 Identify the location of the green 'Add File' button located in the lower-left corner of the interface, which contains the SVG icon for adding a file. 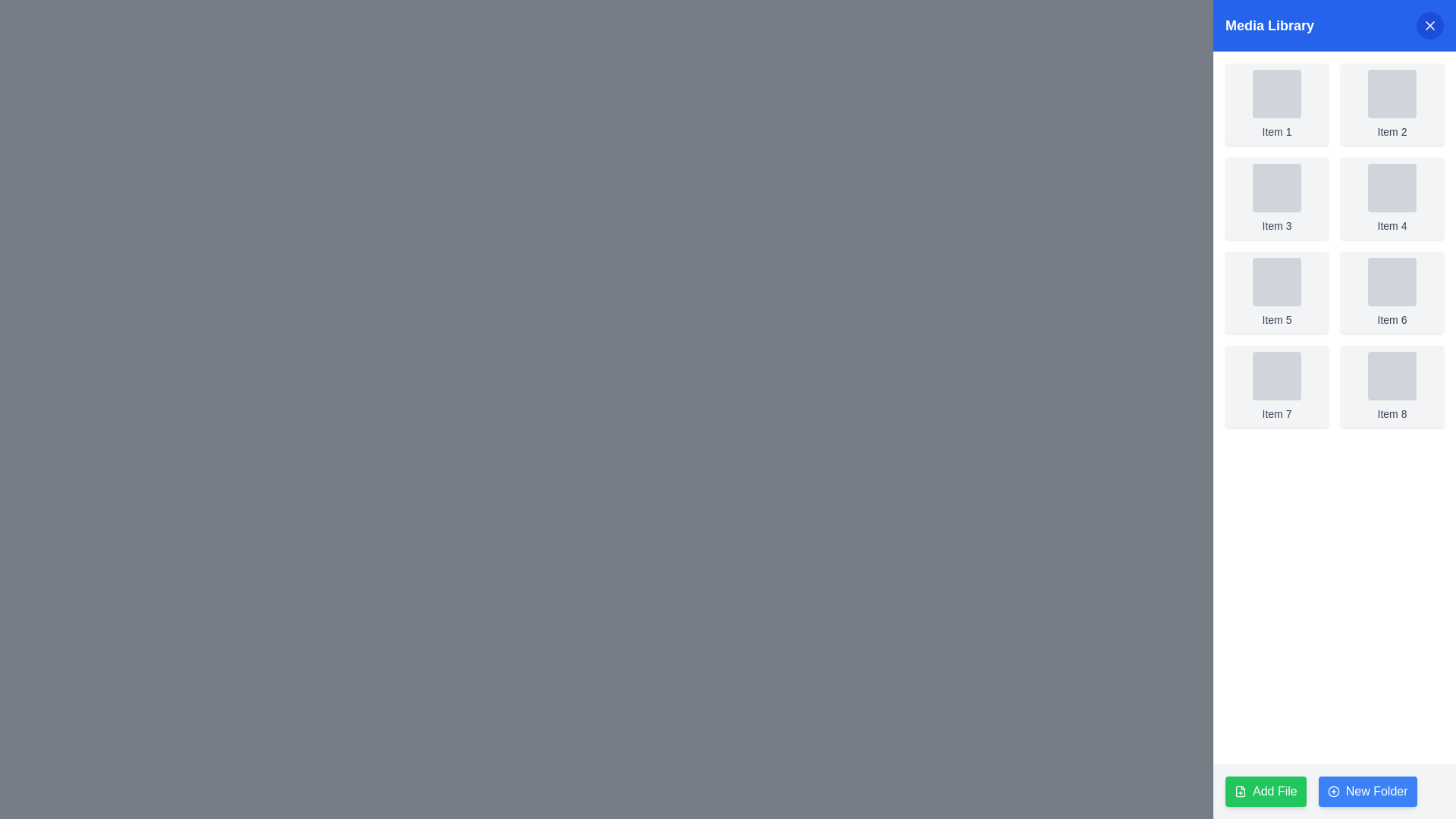
(1241, 791).